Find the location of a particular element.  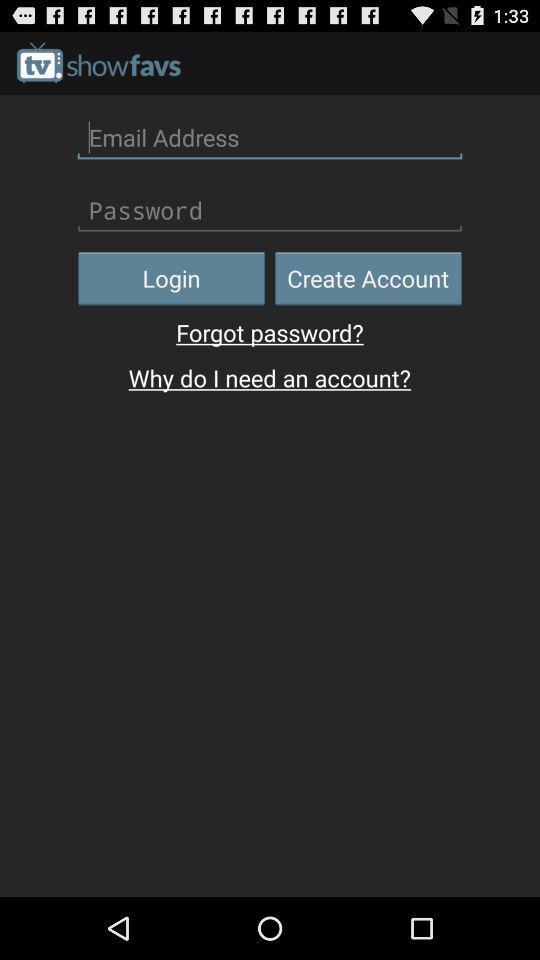

your email address is located at coordinates (270, 136).